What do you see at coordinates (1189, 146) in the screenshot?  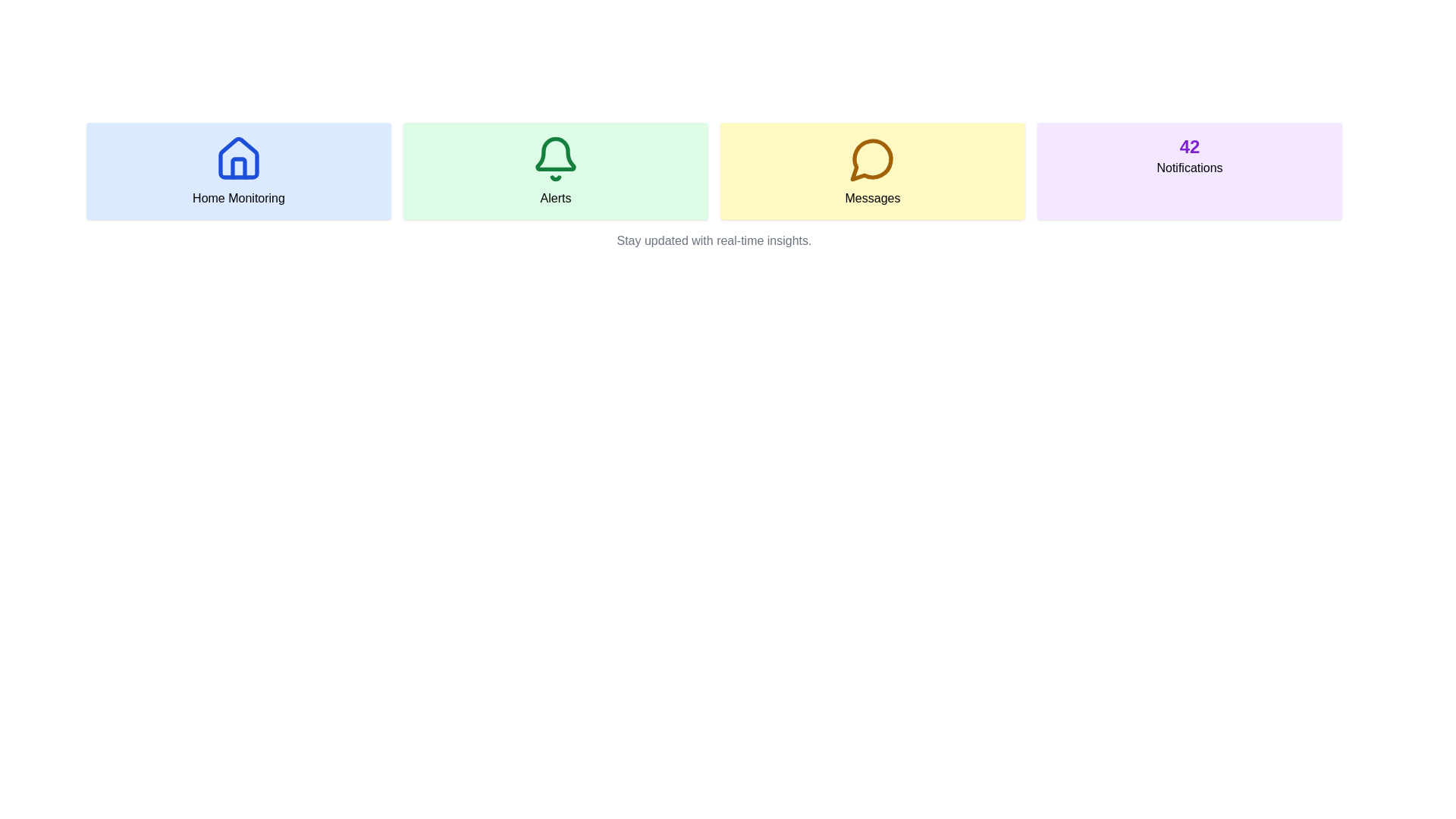 I see `the static text displaying the count of notifications at the top center of the light purple 'Notifications' box` at bounding box center [1189, 146].